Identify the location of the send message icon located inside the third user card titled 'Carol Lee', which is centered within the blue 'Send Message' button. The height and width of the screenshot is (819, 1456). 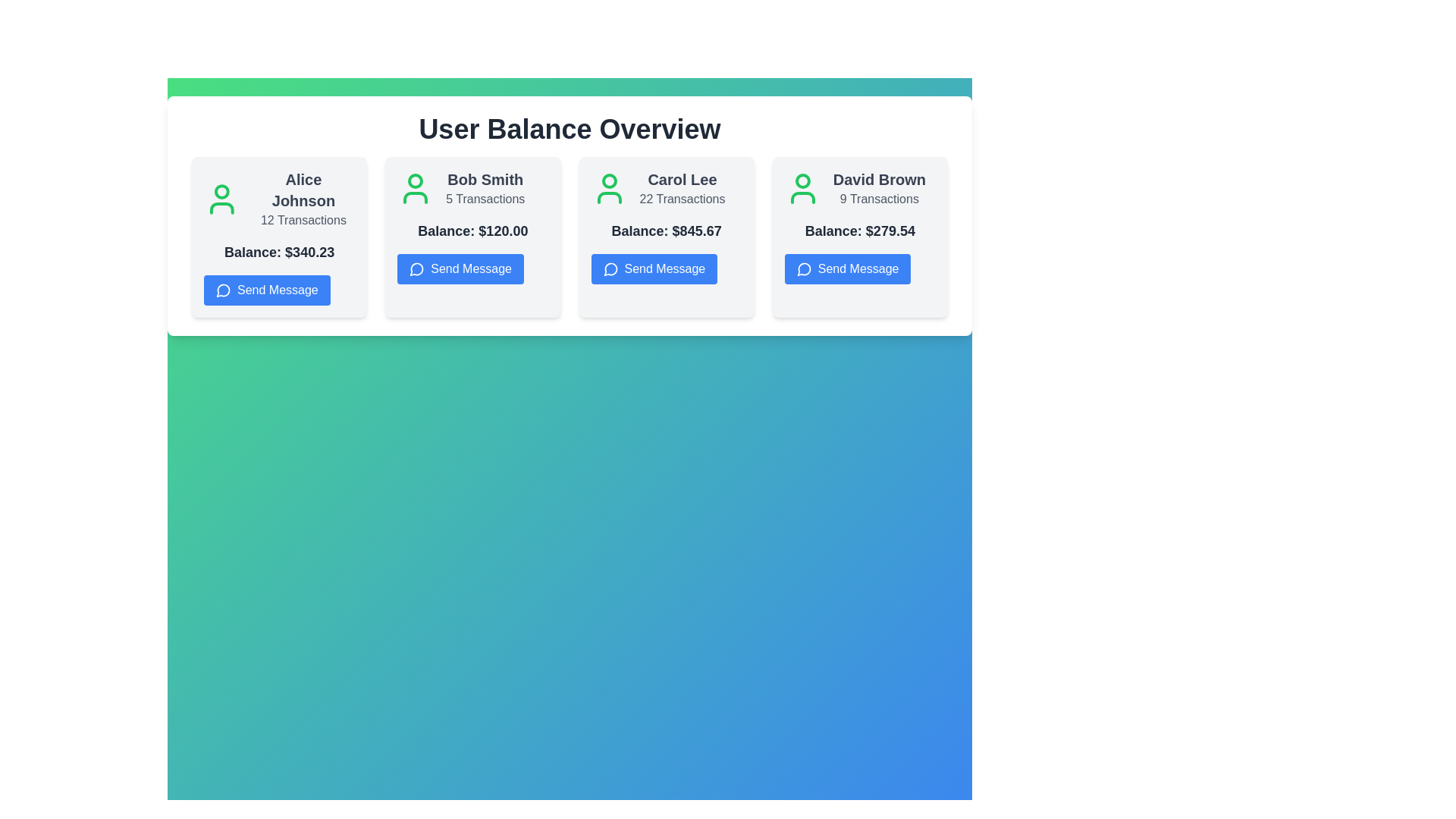
(610, 268).